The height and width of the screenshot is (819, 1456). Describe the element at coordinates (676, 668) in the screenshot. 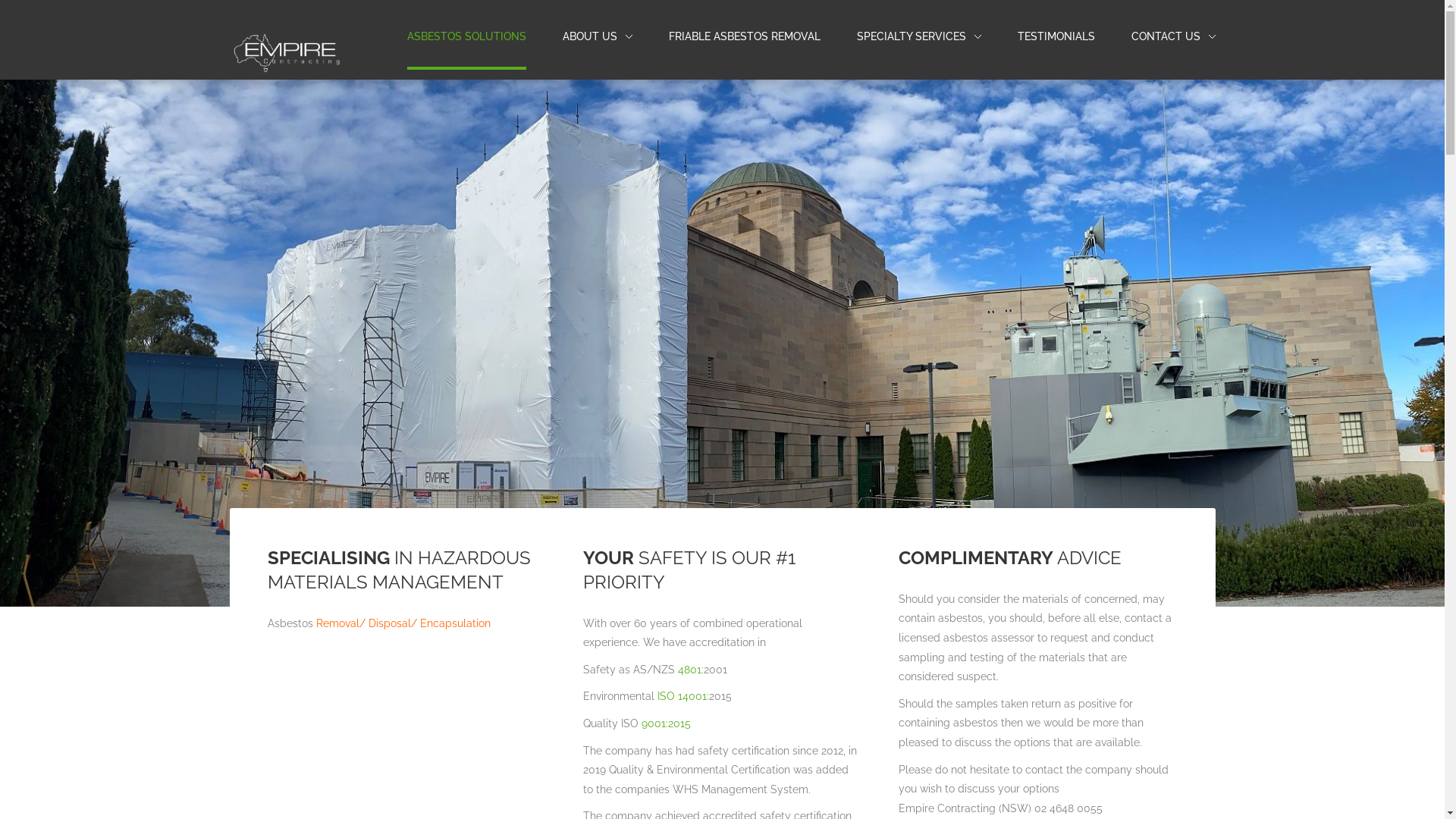

I see `'4801'` at that location.